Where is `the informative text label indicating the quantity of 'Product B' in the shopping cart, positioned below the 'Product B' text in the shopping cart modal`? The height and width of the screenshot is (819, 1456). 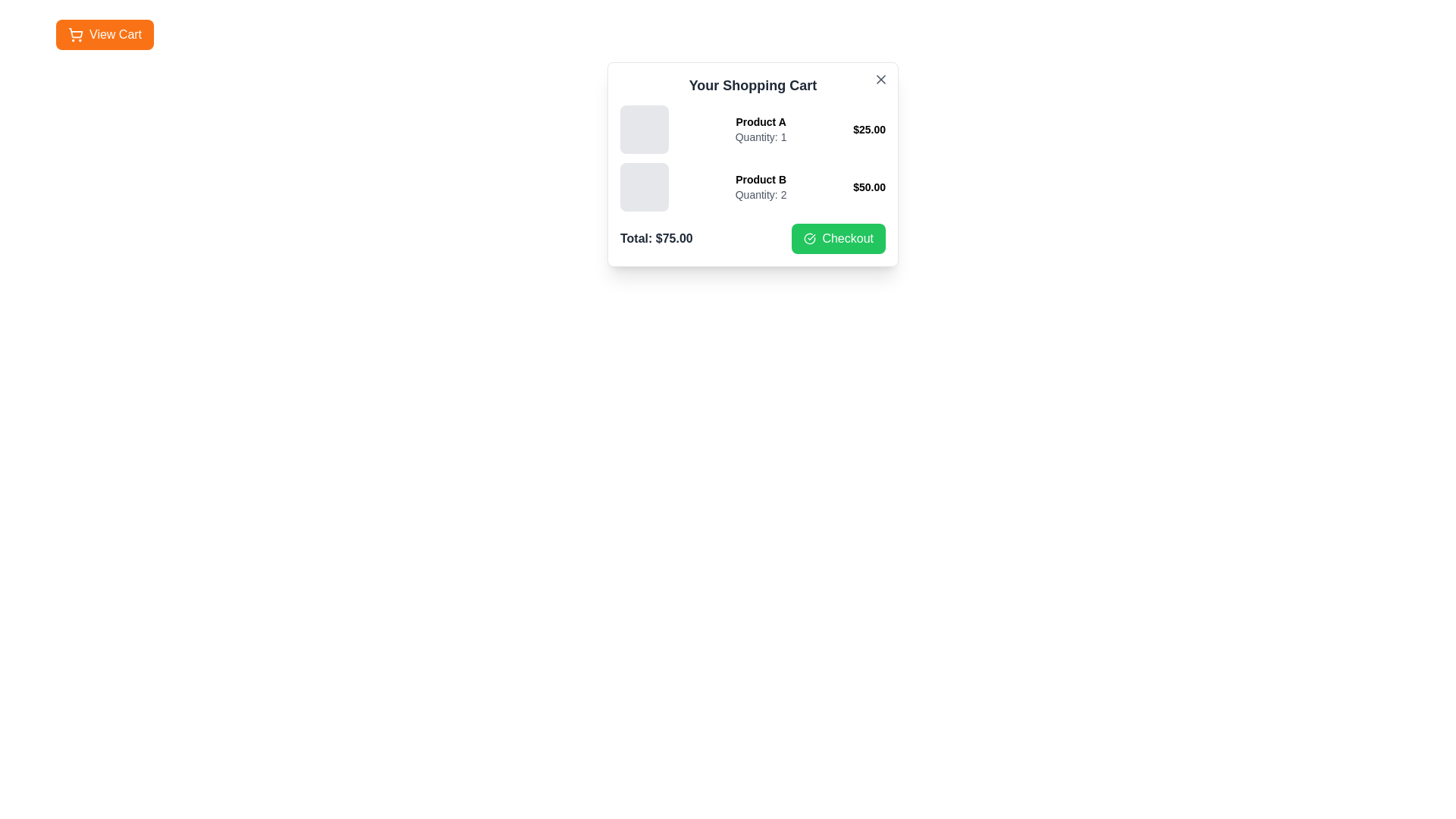
the informative text label indicating the quantity of 'Product B' in the shopping cart, positioned below the 'Product B' text in the shopping cart modal is located at coordinates (761, 194).